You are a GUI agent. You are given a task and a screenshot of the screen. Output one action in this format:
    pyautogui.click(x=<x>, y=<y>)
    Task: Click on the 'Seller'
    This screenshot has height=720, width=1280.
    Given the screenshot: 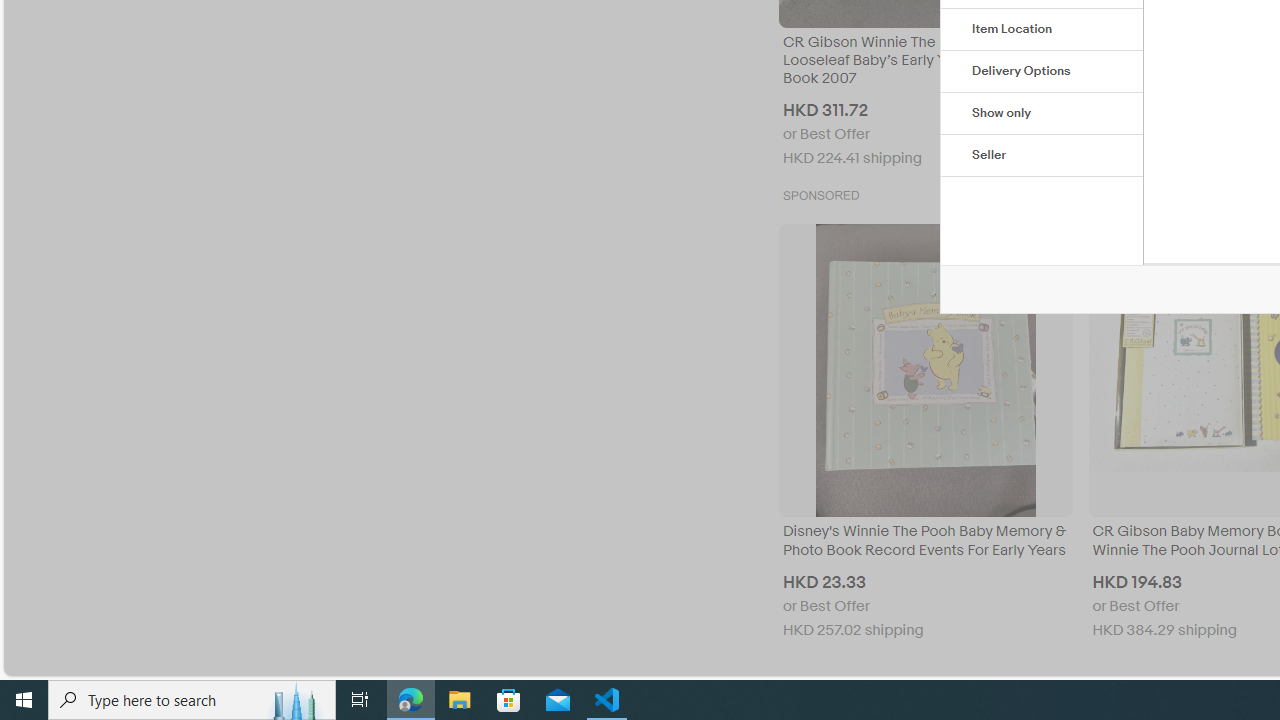 What is the action you would take?
    pyautogui.click(x=1041, y=155)
    